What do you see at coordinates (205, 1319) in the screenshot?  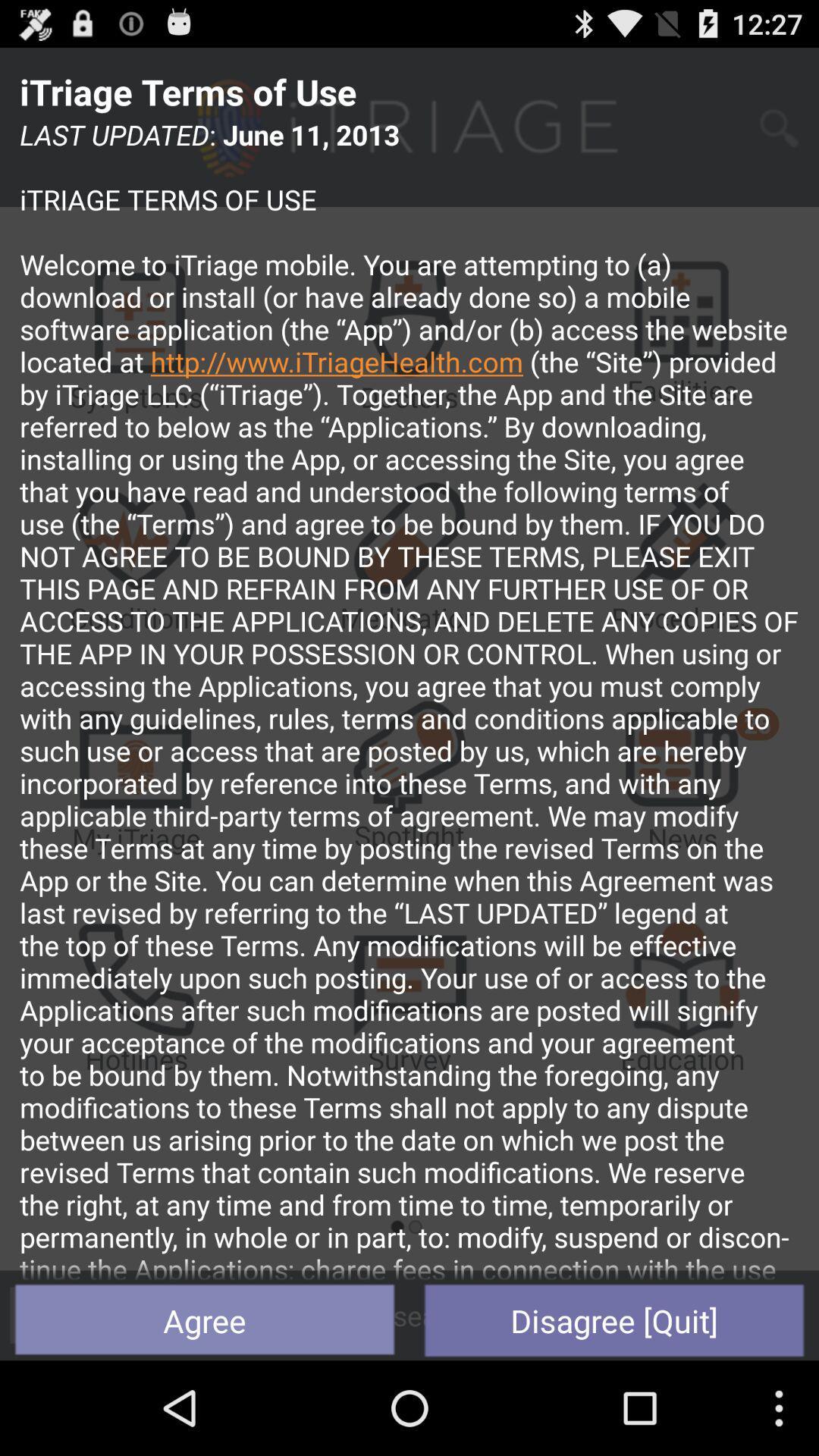 I see `item next to the disagree [quit]` at bounding box center [205, 1319].